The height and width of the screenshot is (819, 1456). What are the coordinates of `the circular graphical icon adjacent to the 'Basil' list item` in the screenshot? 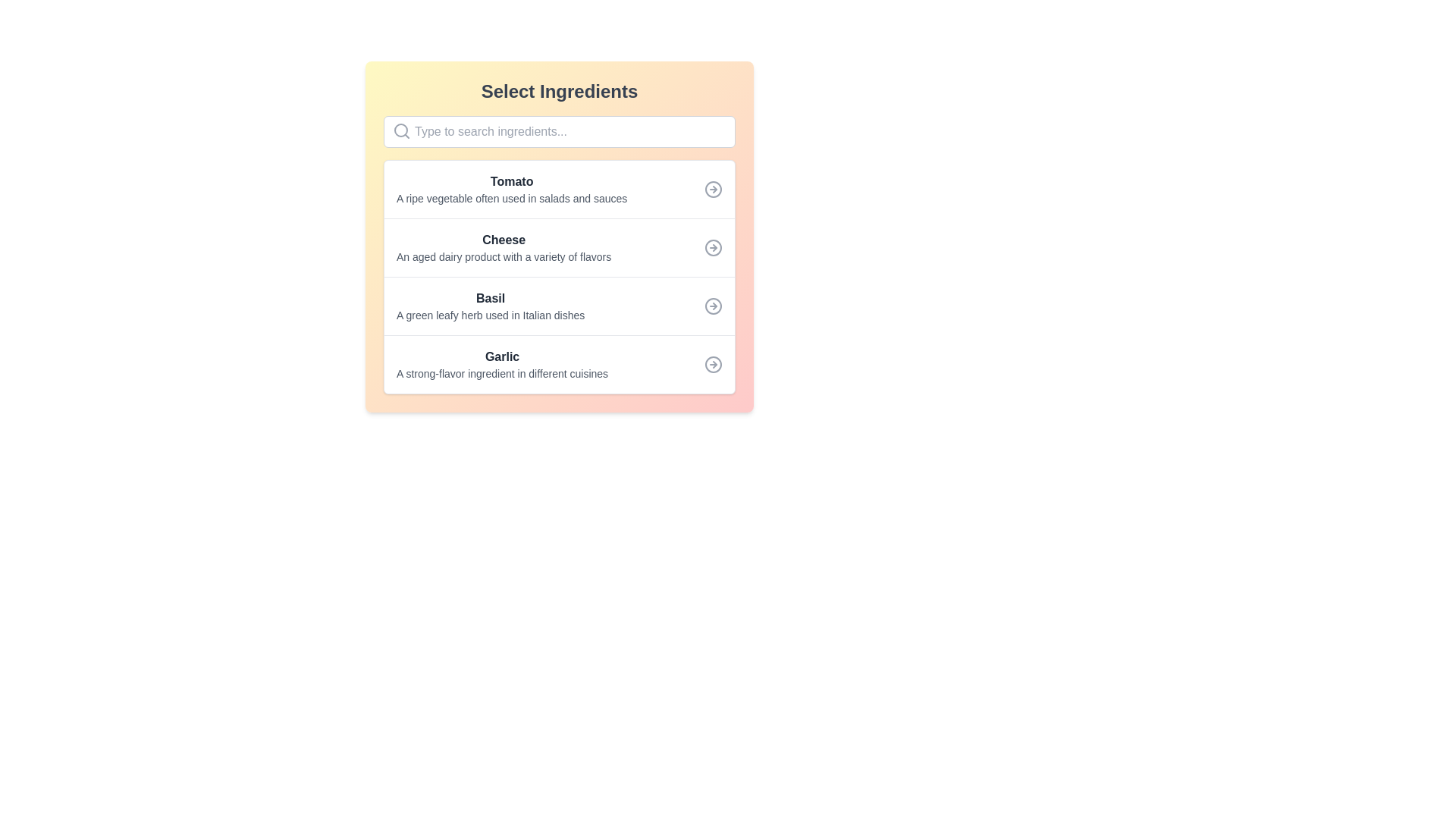 It's located at (712, 306).